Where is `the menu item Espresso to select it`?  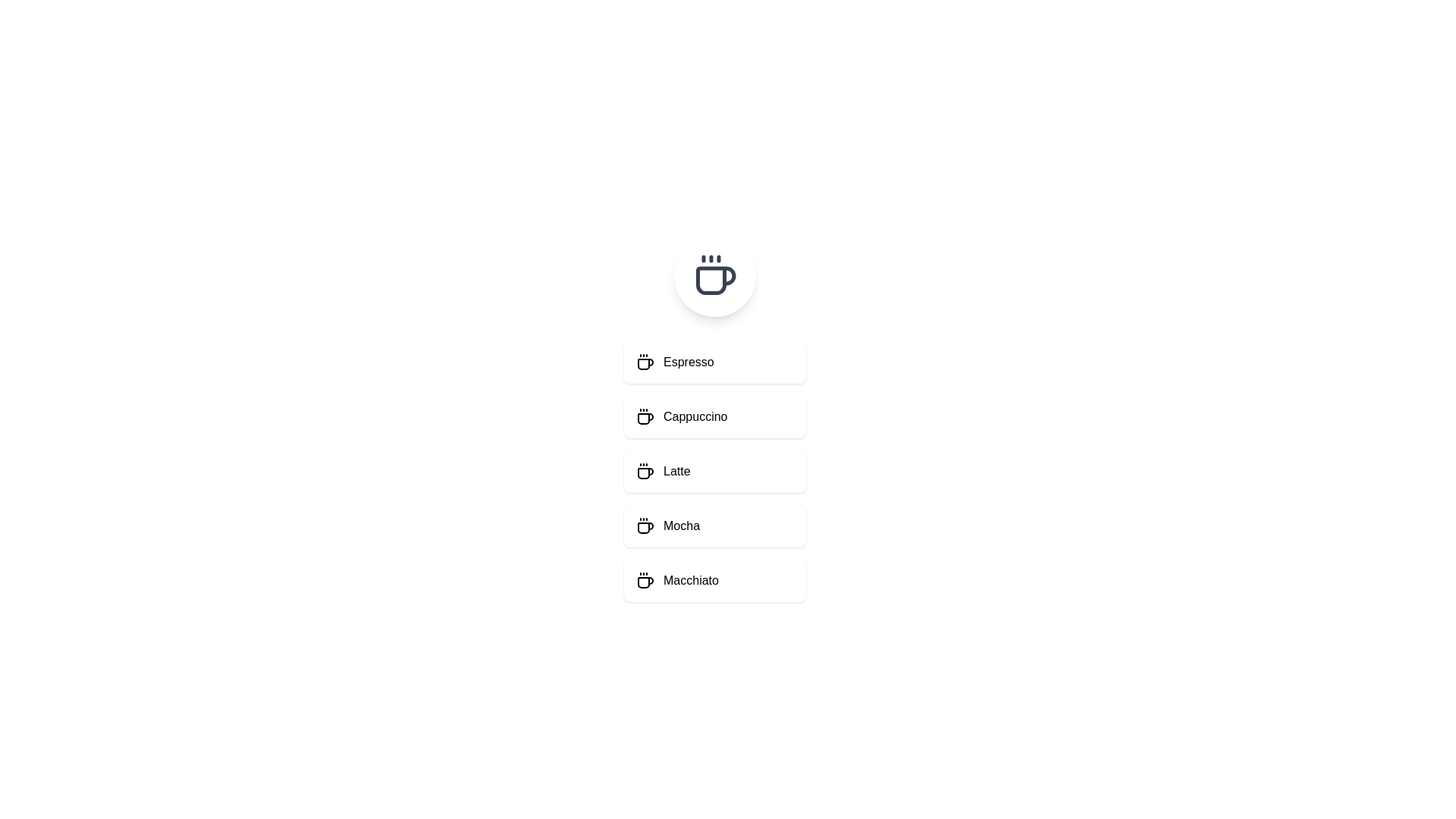 the menu item Espresso to select it is located at coordinates (714, 362).